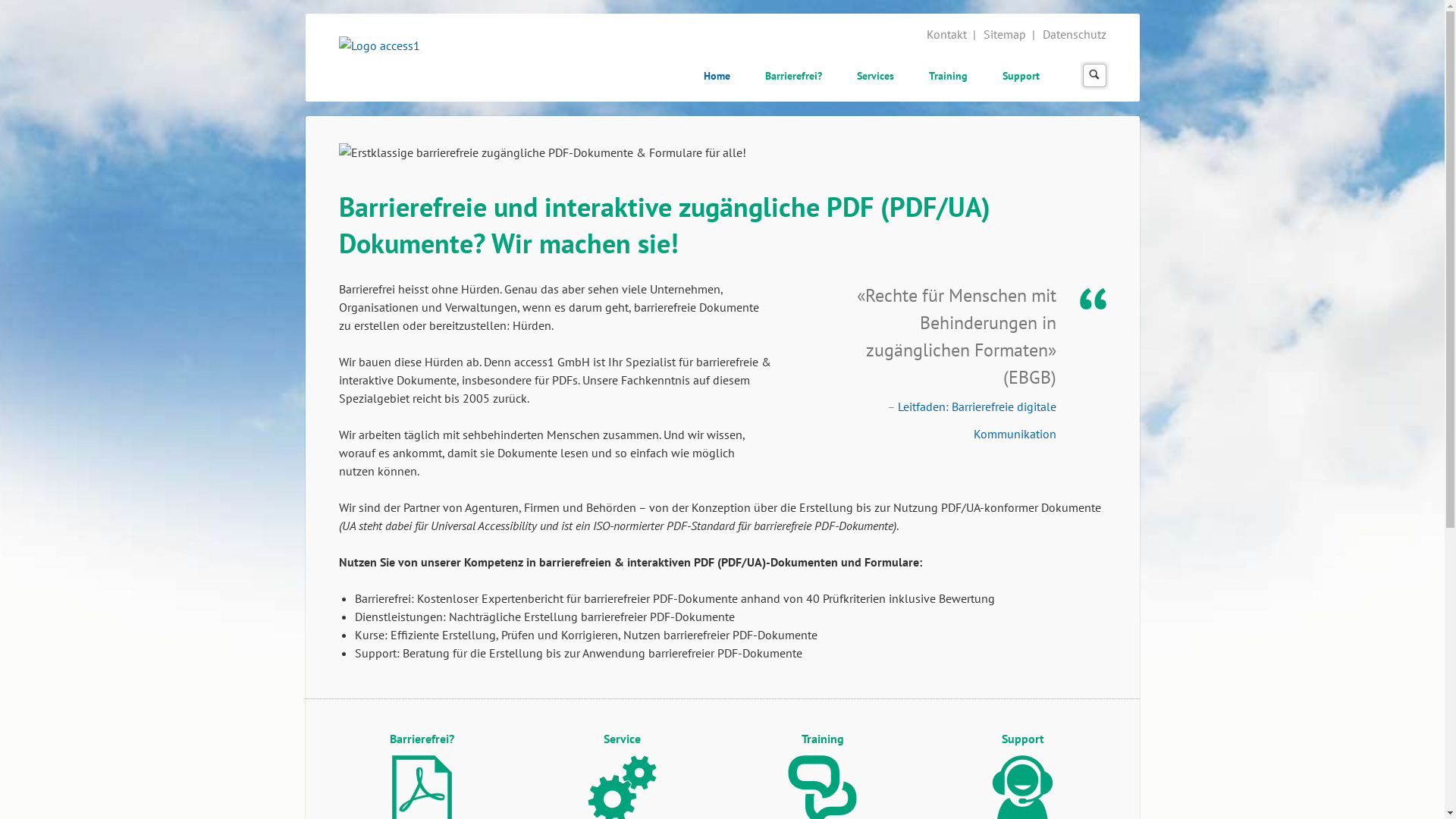  Describe the element at coordinates (1010, 34) in the screenshot. I see `'Sitemap  |'` at that location.